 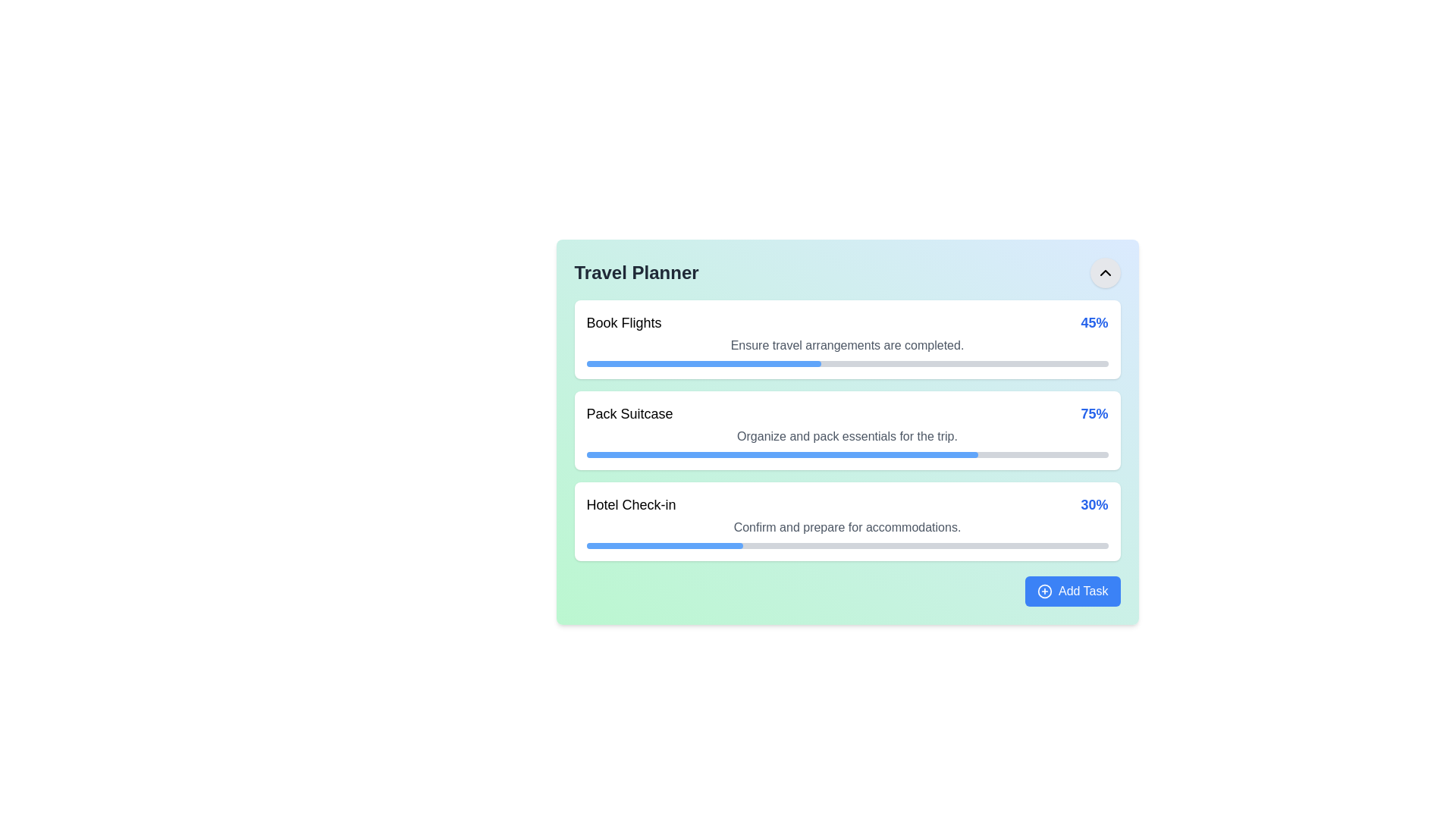 I want to click on the text label that reads 'Confirm and prepare for accommodations.' located beneath the 'Hotel Check-in' heading, so click(x=846, y=526).